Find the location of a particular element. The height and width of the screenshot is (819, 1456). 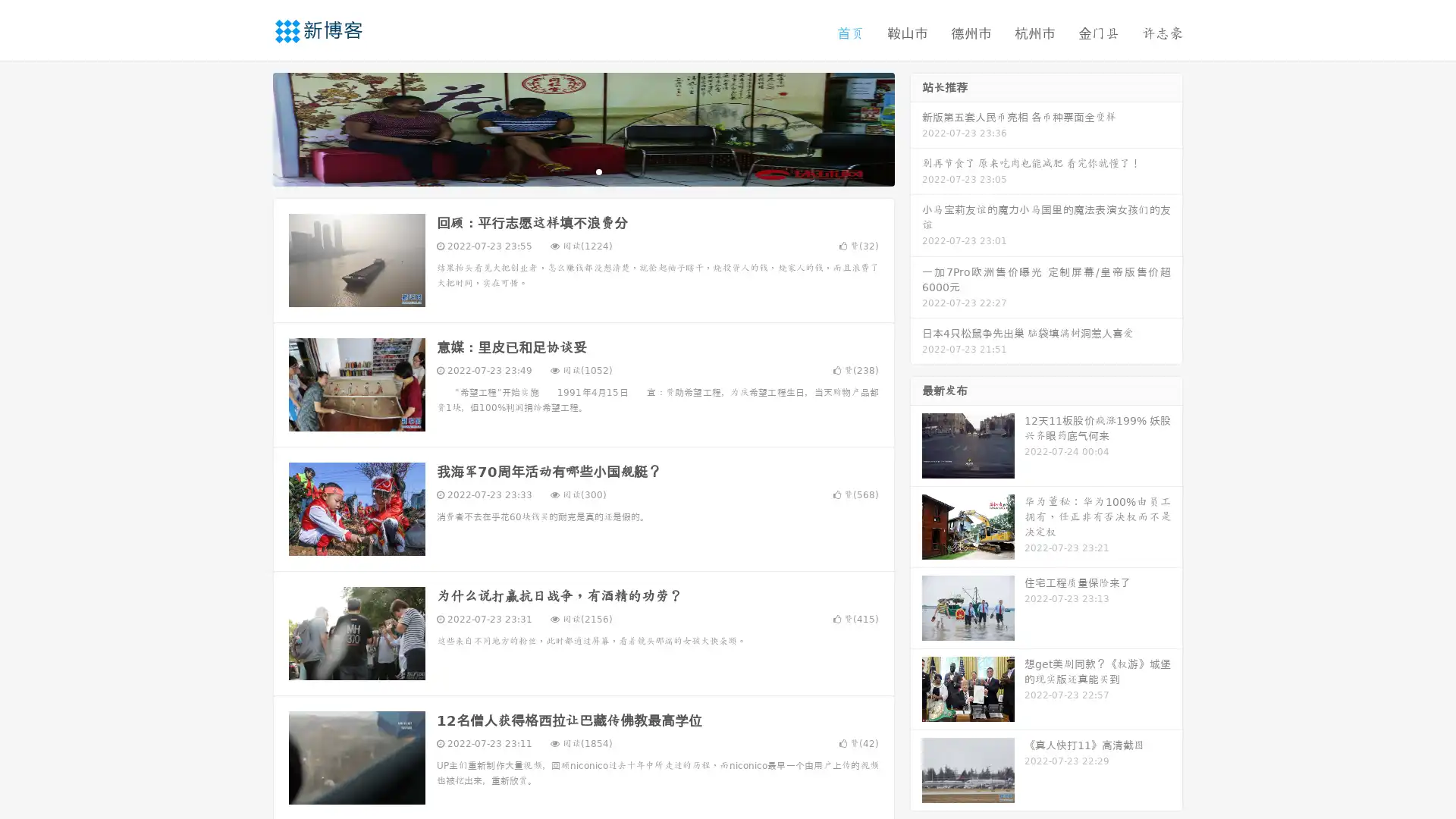

Go to slide 3 is located at coordinates (598, 171).